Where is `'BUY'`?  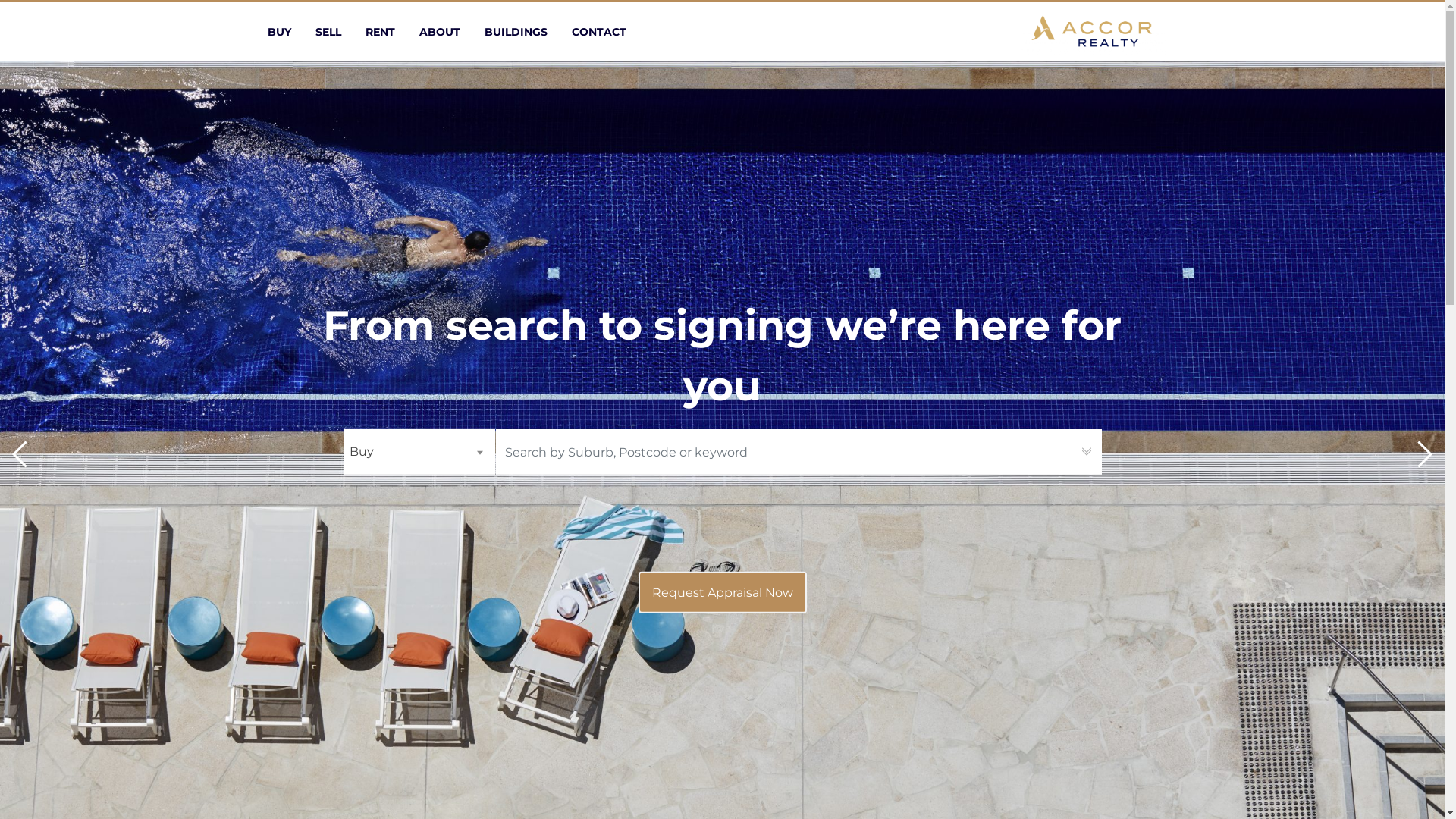 'BUY' is located at coordinates (278, 32).